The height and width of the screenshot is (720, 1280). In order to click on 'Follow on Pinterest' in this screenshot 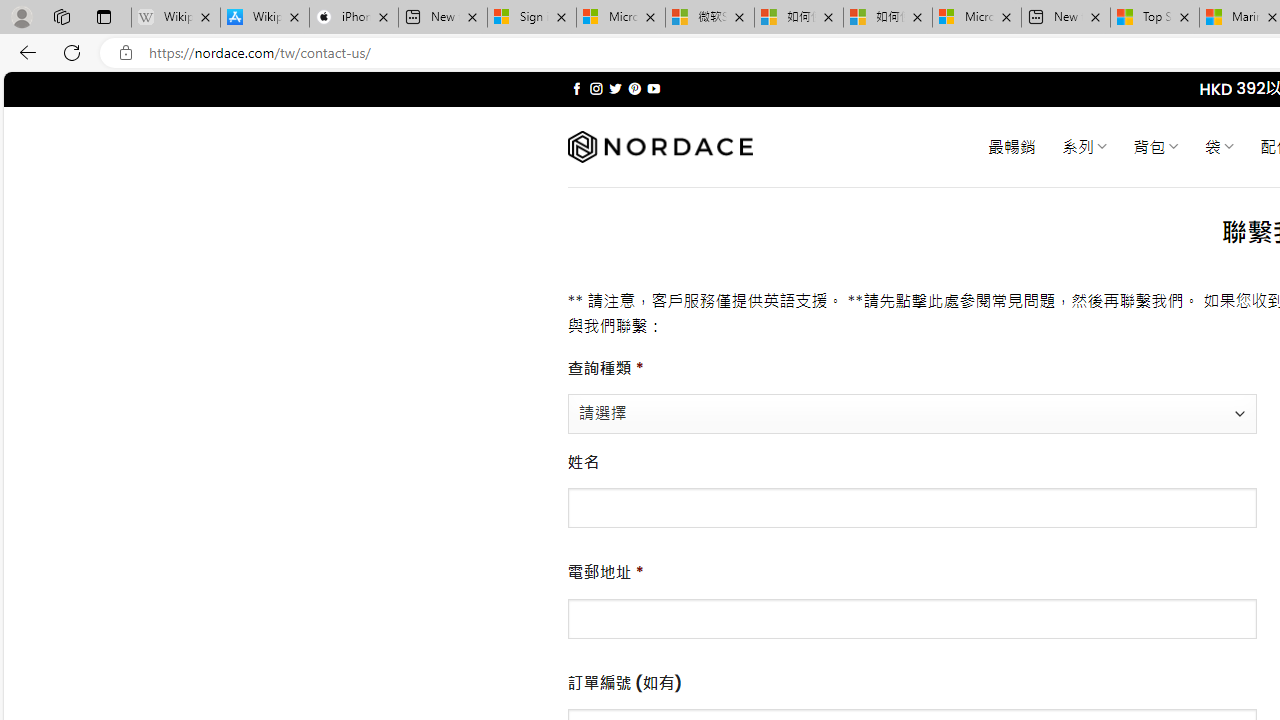, I will do `click(633, 88)`.